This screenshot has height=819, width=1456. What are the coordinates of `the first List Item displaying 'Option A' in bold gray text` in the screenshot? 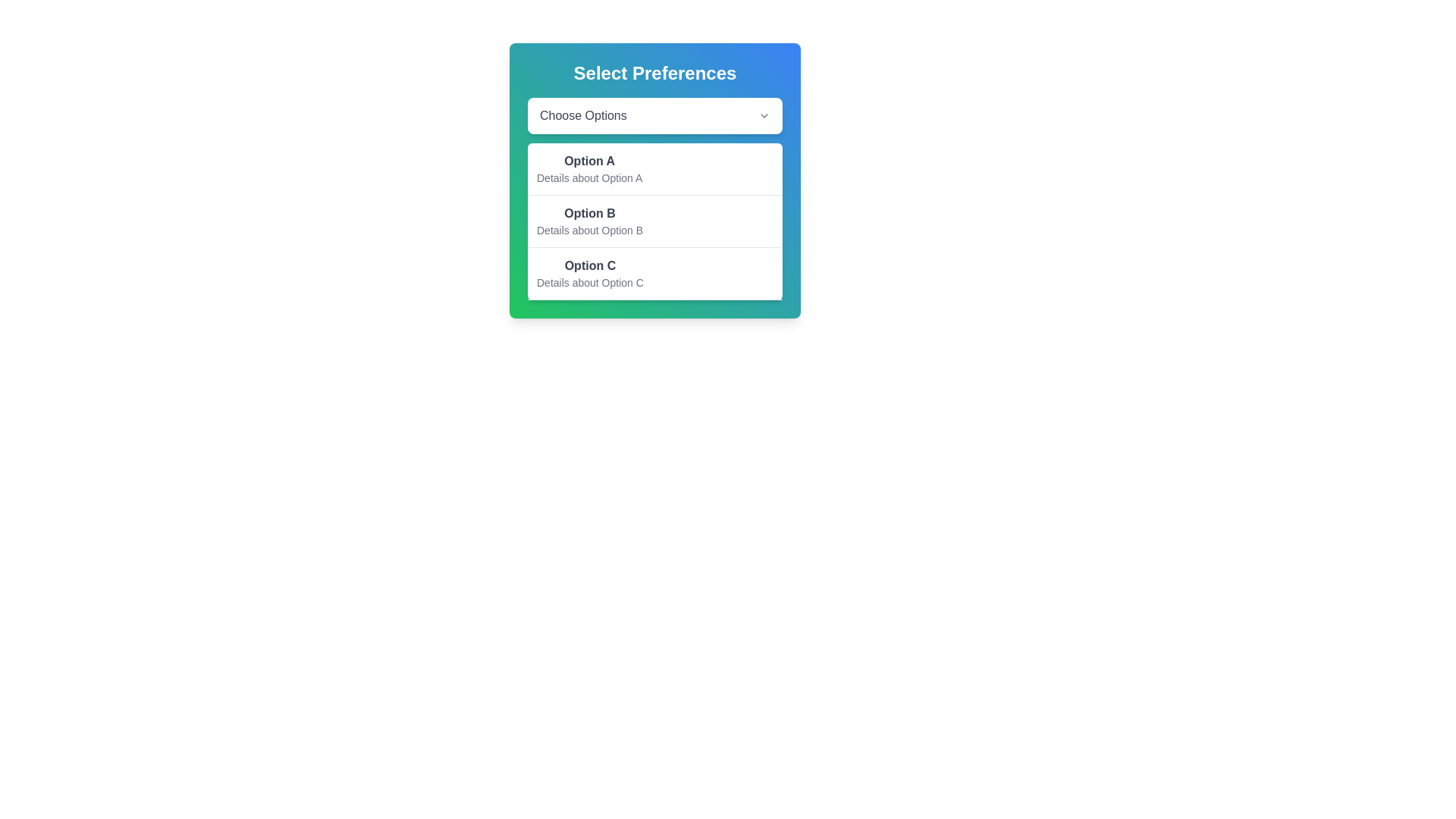 It's located at (588, 169).